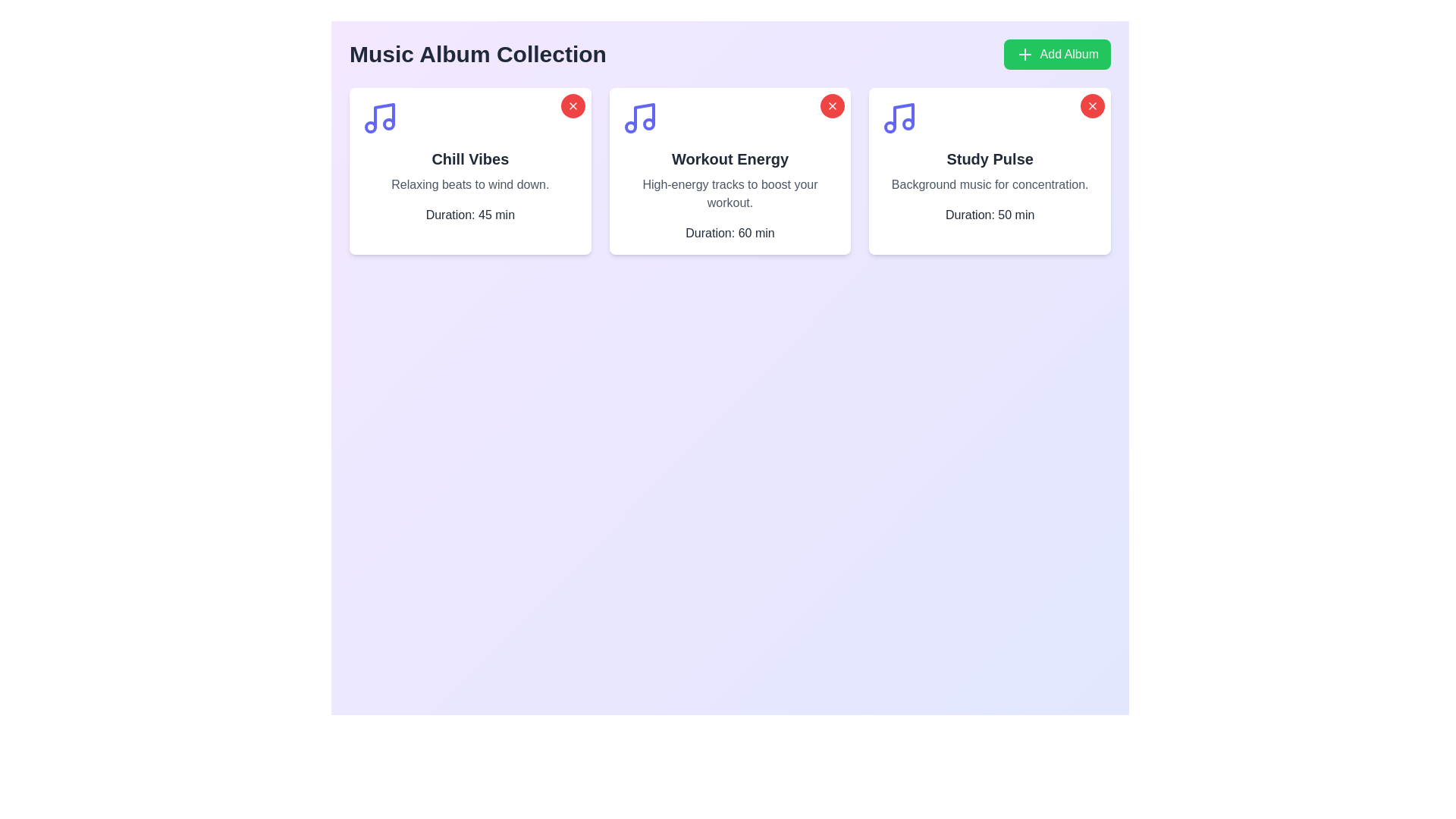 This screenshot has height=819, width=1456. Describe the element at coordinates (990, 158) in the screenshot. I see `the text label displaying 'Study Pulse'` at that location.